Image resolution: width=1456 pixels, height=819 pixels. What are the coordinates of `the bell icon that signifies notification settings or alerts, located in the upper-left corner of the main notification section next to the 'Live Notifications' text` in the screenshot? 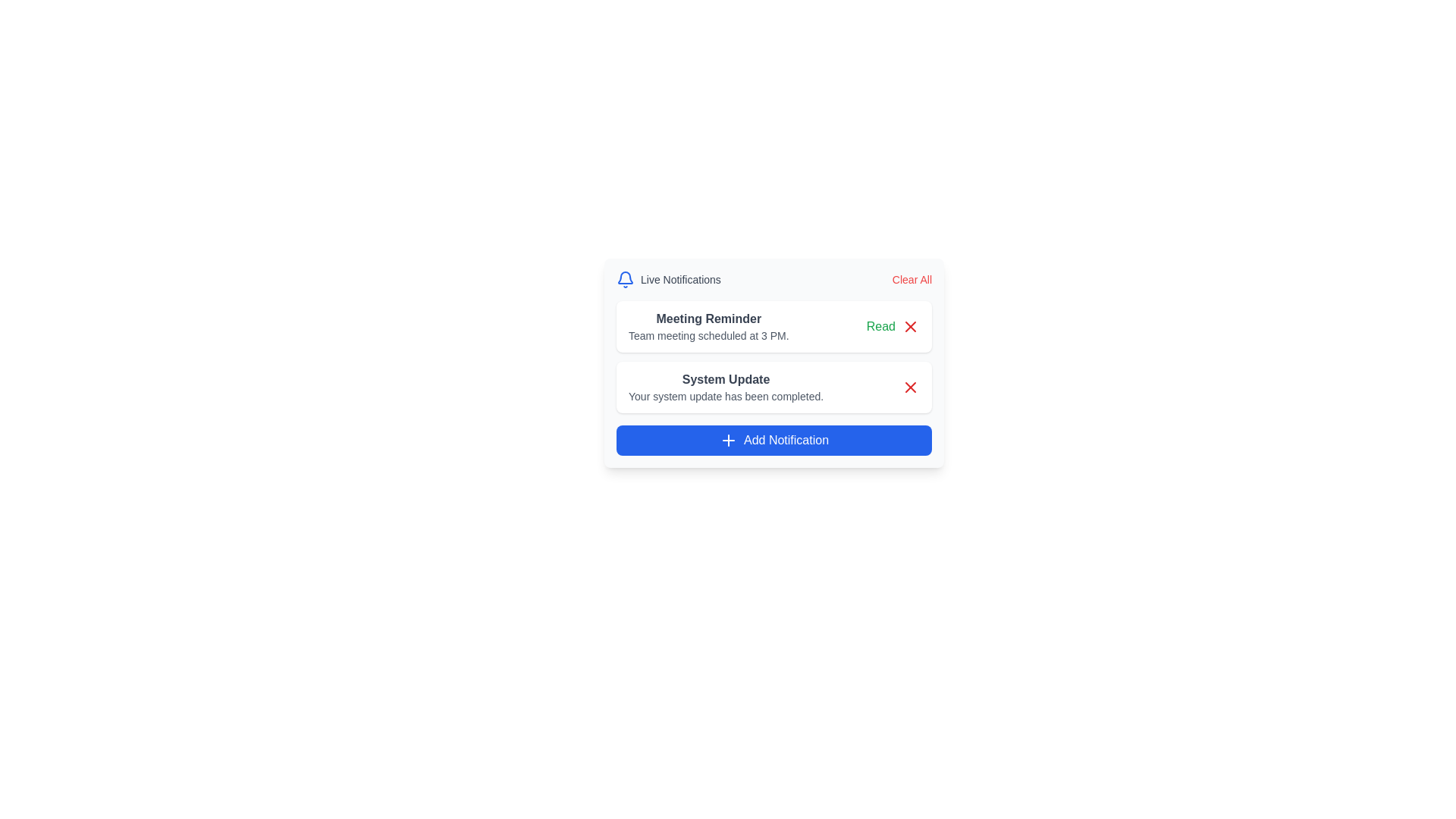 It's located at (626, 280).